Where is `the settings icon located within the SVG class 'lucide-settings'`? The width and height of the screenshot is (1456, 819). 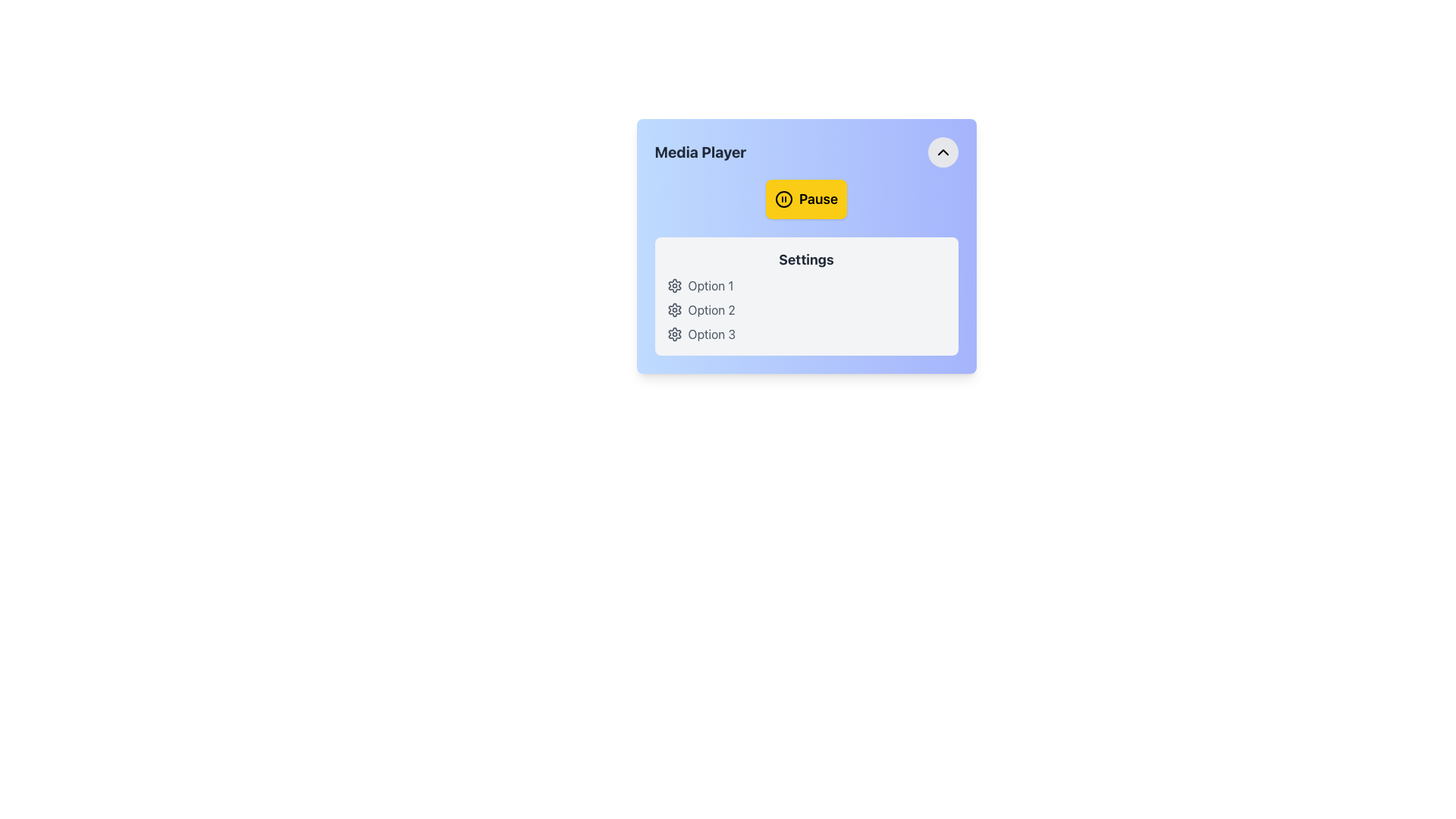 the settings icon located within the SVG class 'lucide-settings' is located at coordinates (673, 309).